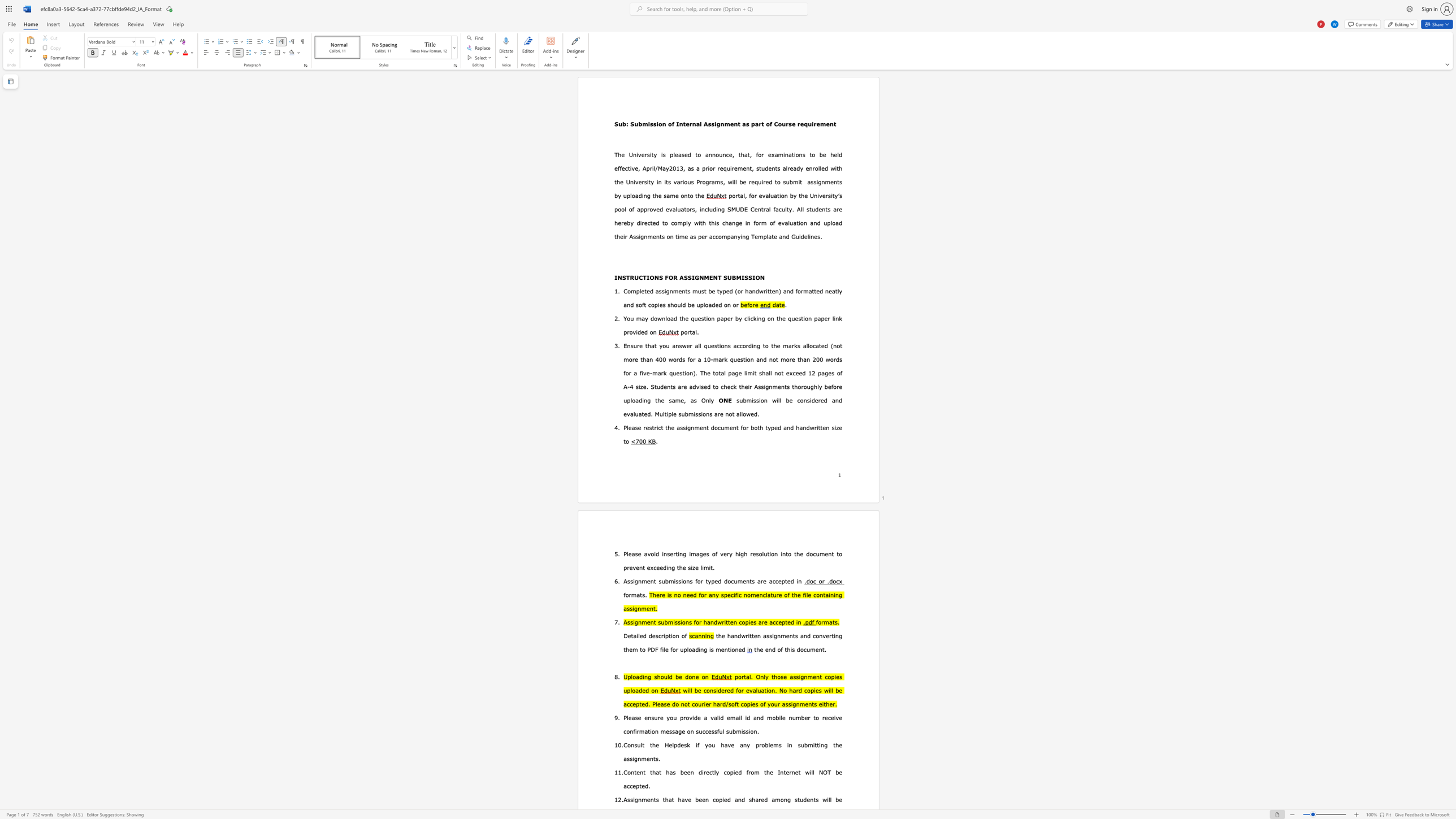  I want to click on the subset text "t exceedi" within the text "vent exceeding", so click(642, 567).